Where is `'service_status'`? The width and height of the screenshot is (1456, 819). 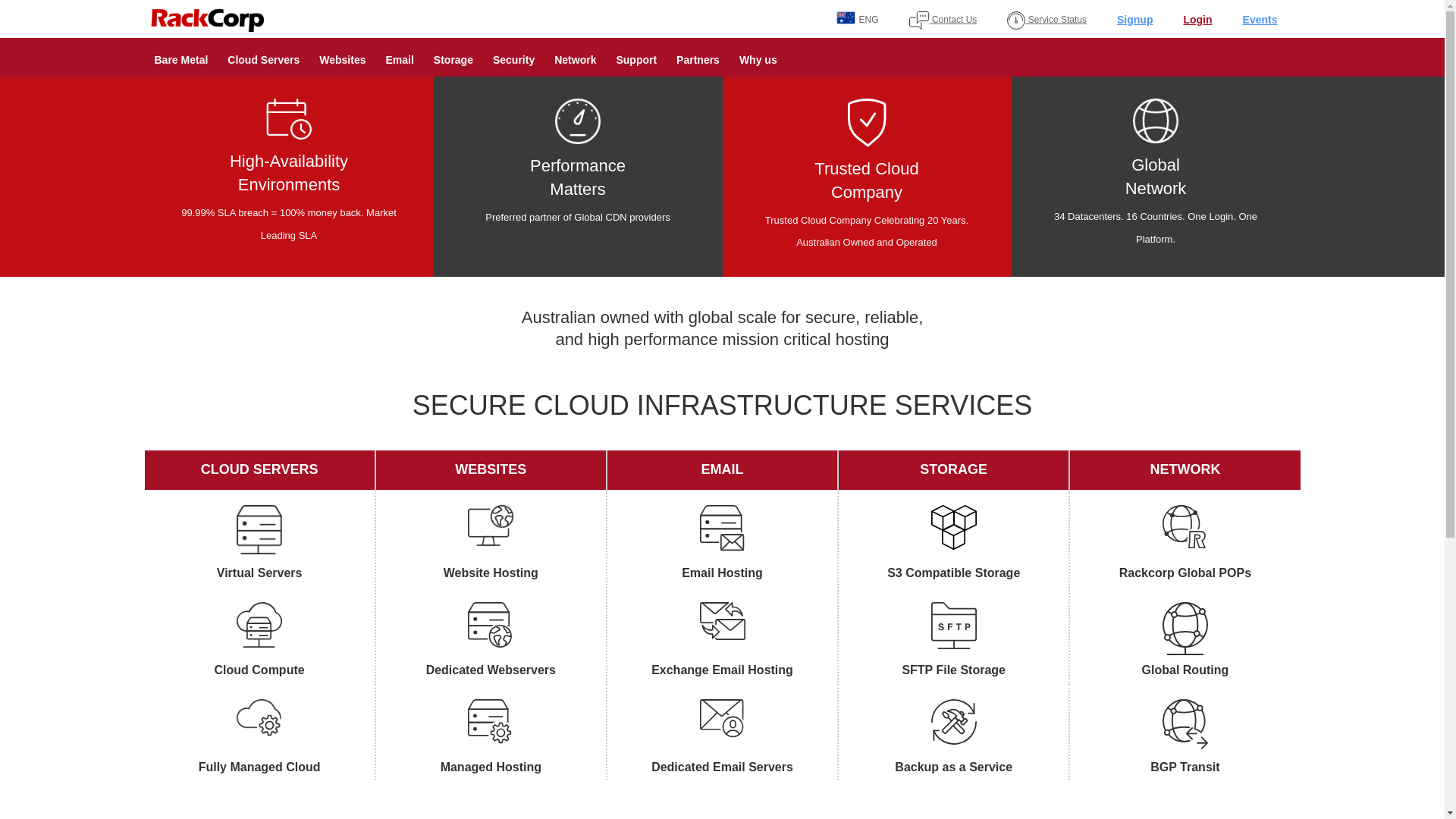
'service_status' is located at coordinates (1007, 20).